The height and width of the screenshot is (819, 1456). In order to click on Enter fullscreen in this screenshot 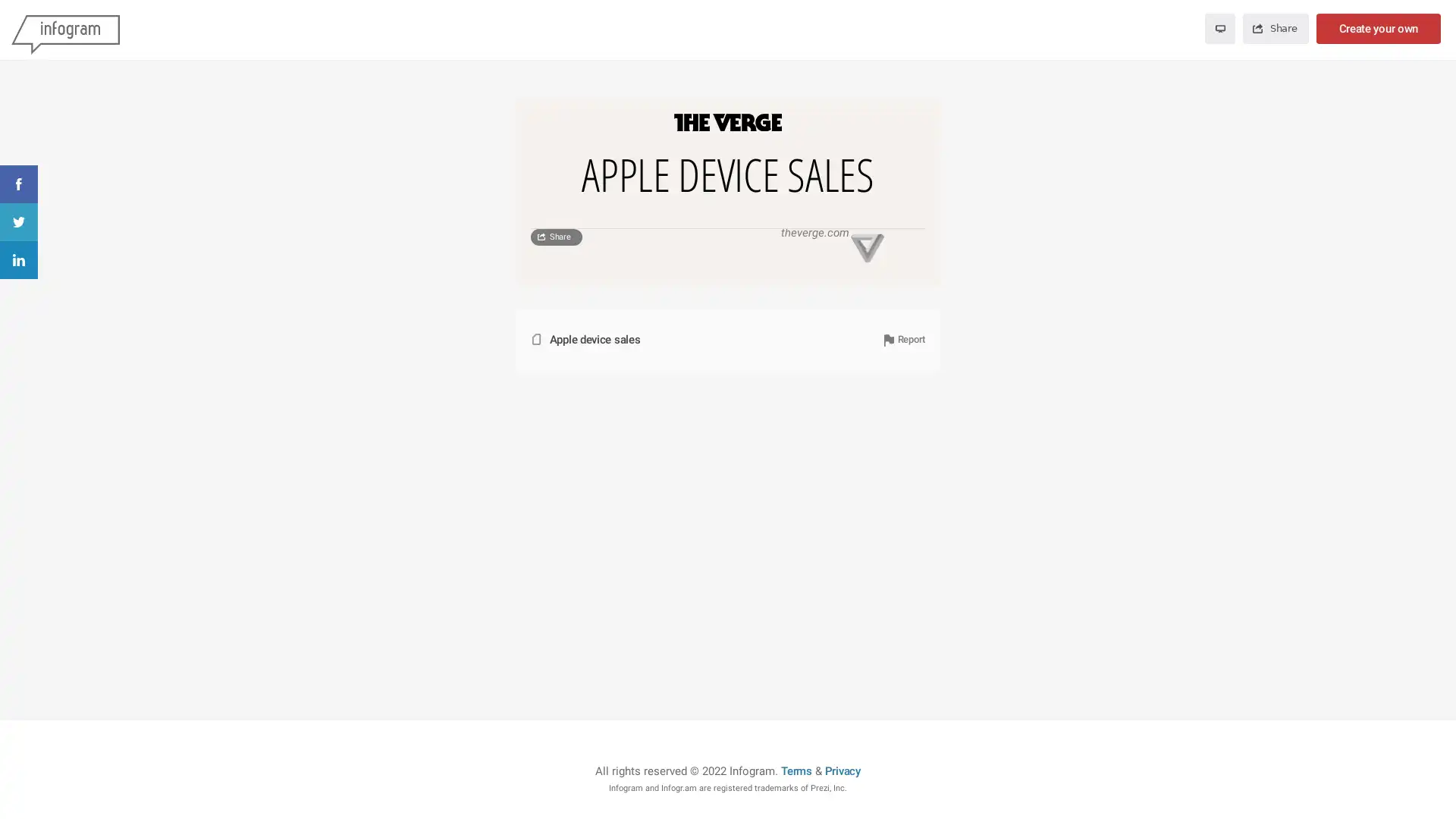, I will do `click(1219, 29)`.